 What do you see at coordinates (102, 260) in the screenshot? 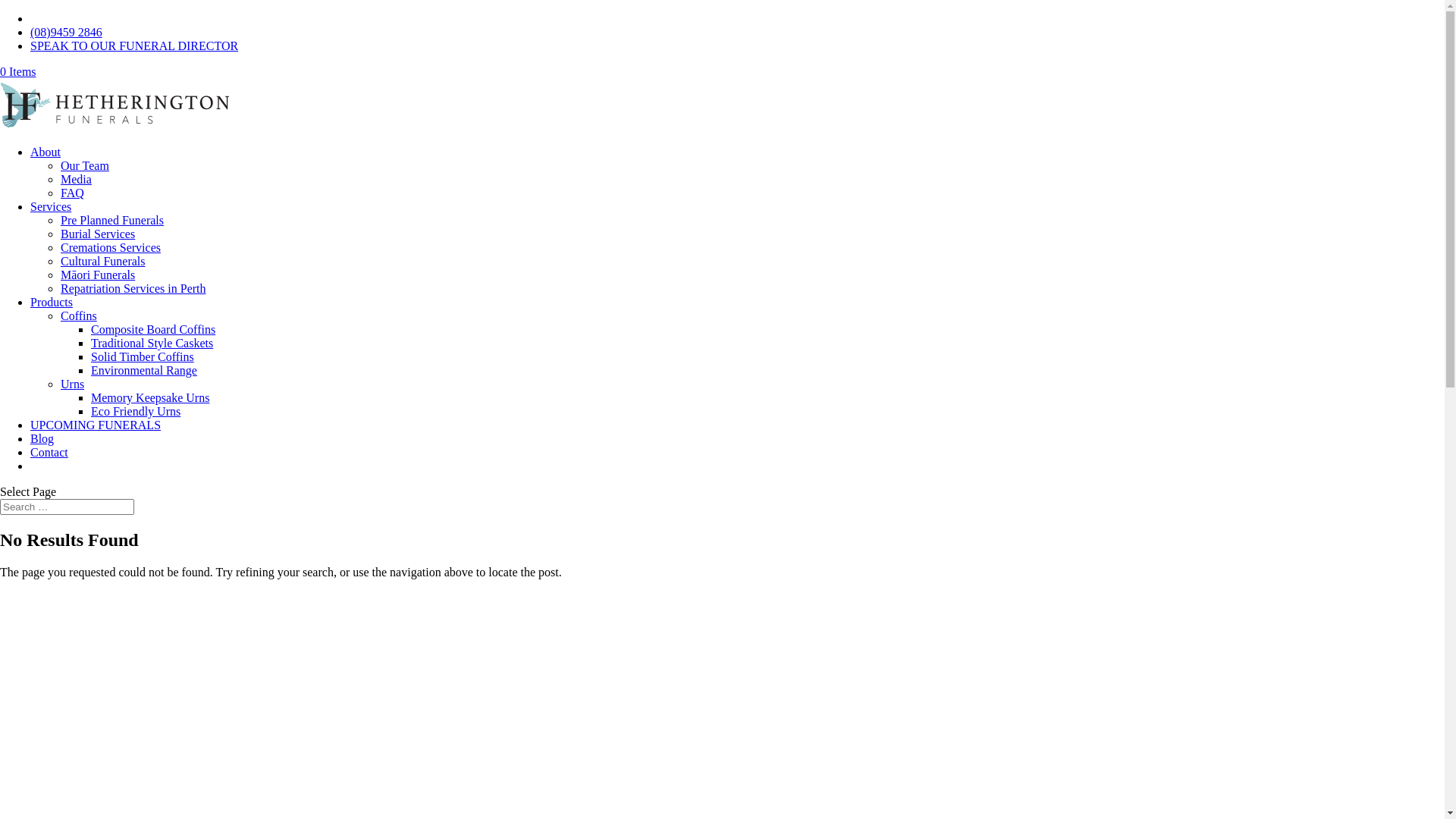
I see `'Cultural Funerals'` at bounding box center [102, 260].